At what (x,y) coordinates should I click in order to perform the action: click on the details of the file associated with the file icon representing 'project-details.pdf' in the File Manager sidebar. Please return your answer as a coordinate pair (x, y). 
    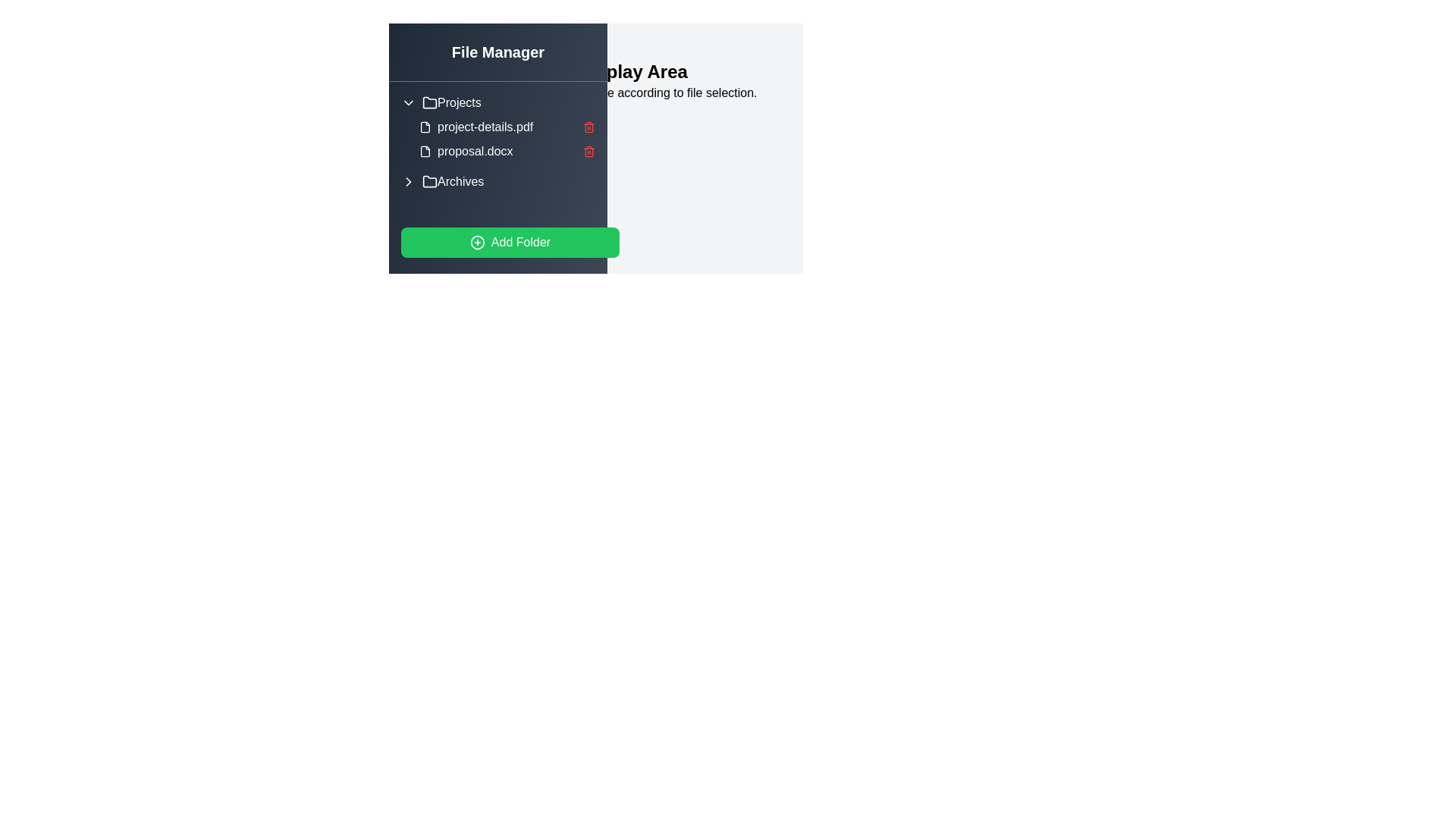
    Looking at the image, I should click on (425, 127).